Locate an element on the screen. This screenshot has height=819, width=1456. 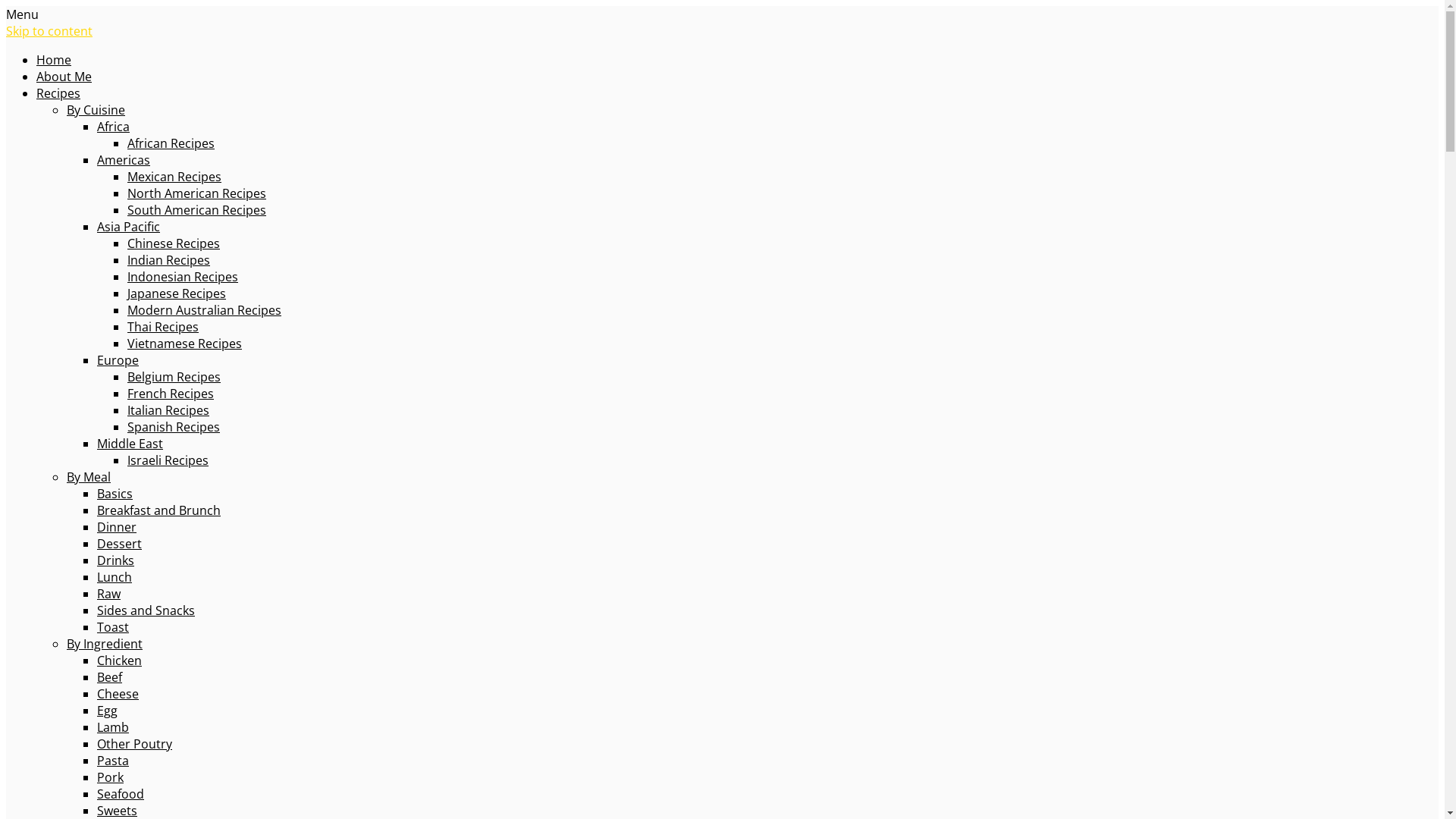
'Mexican Recipes' is located at coordinates (174, 175).